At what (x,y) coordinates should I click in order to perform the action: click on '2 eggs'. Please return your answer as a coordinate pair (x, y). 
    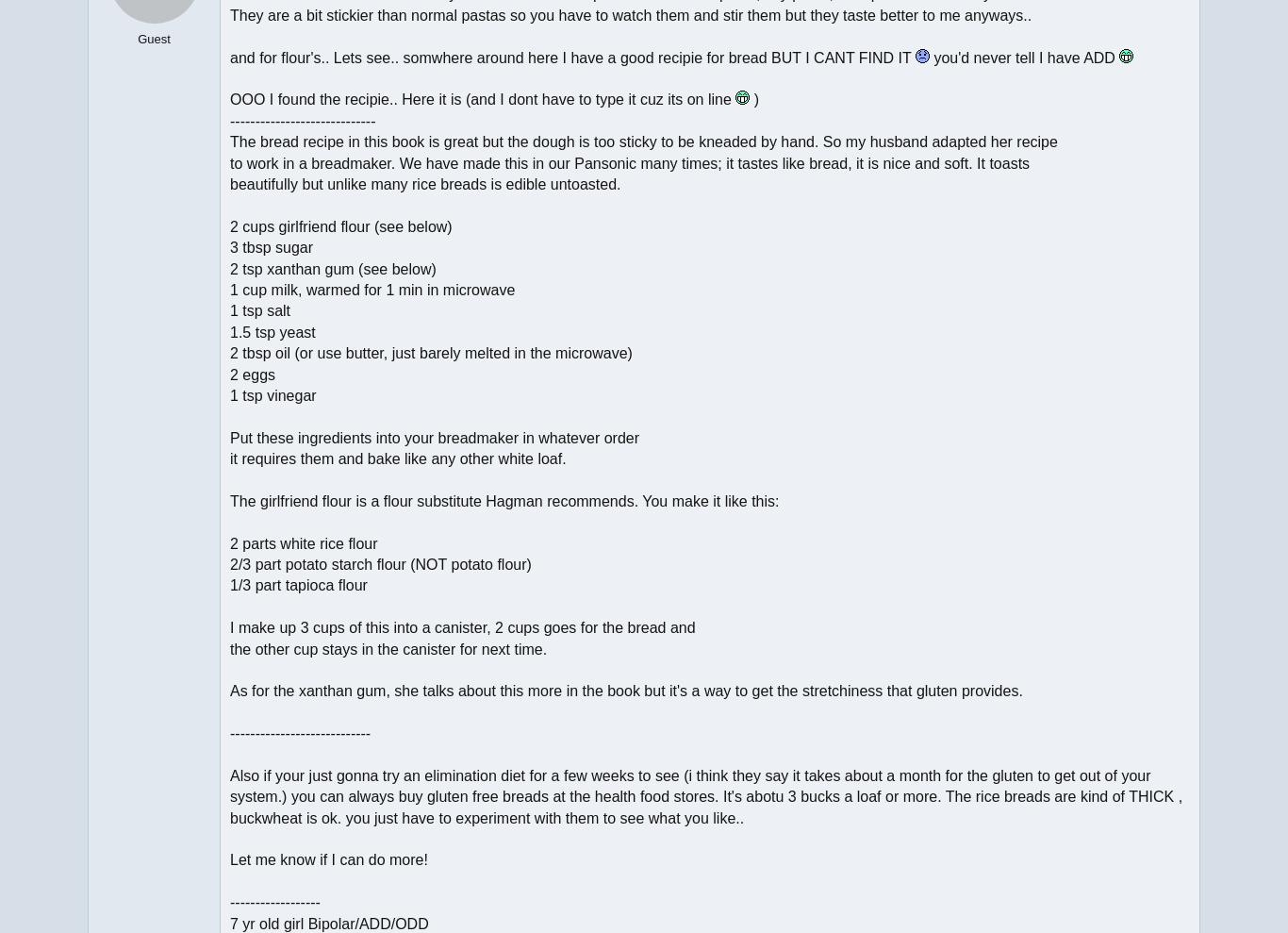
    Looking at the image, I should click on (229, 374).